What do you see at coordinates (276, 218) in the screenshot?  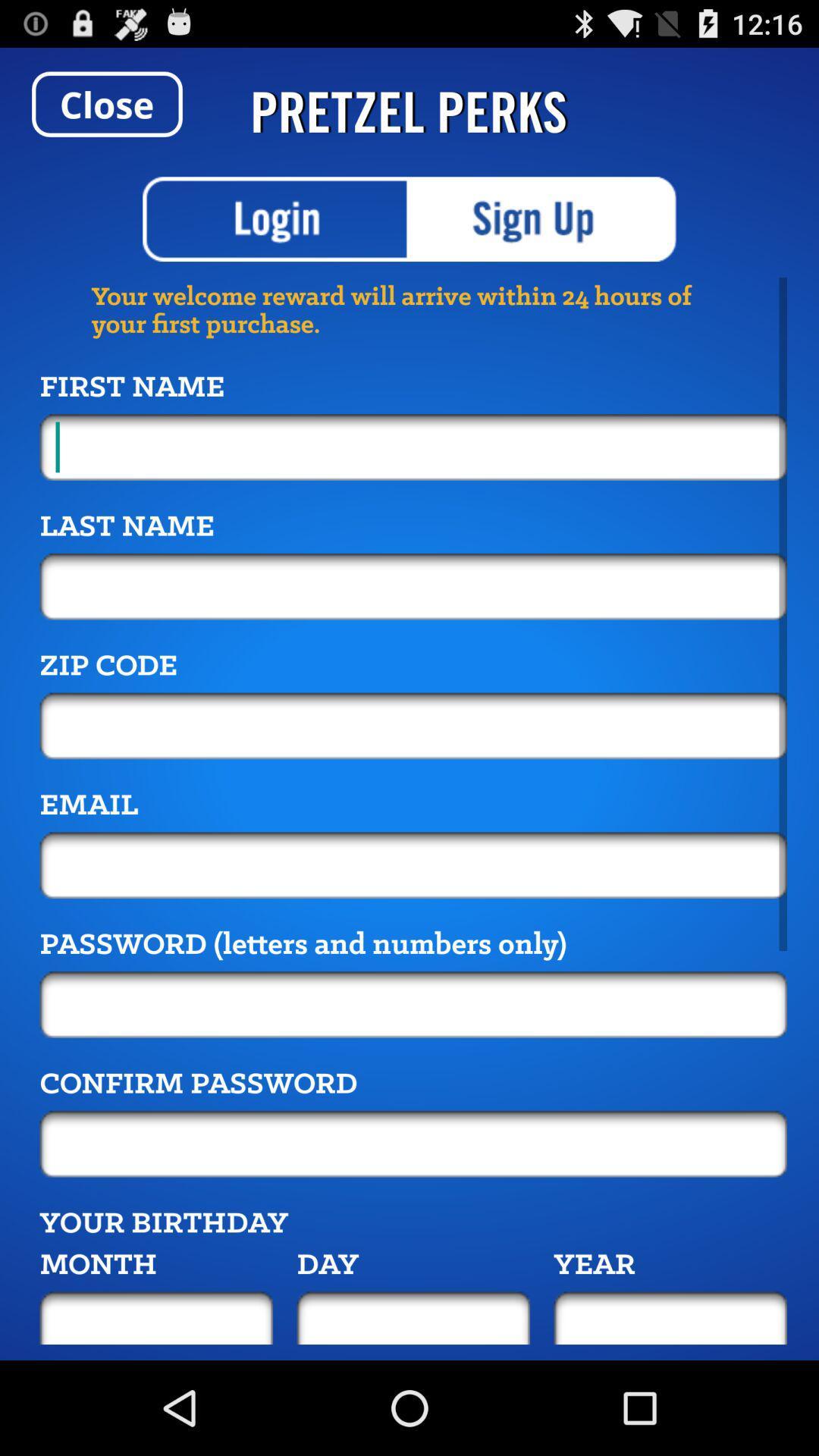 I see `login button` at bounding box center [276, 218].